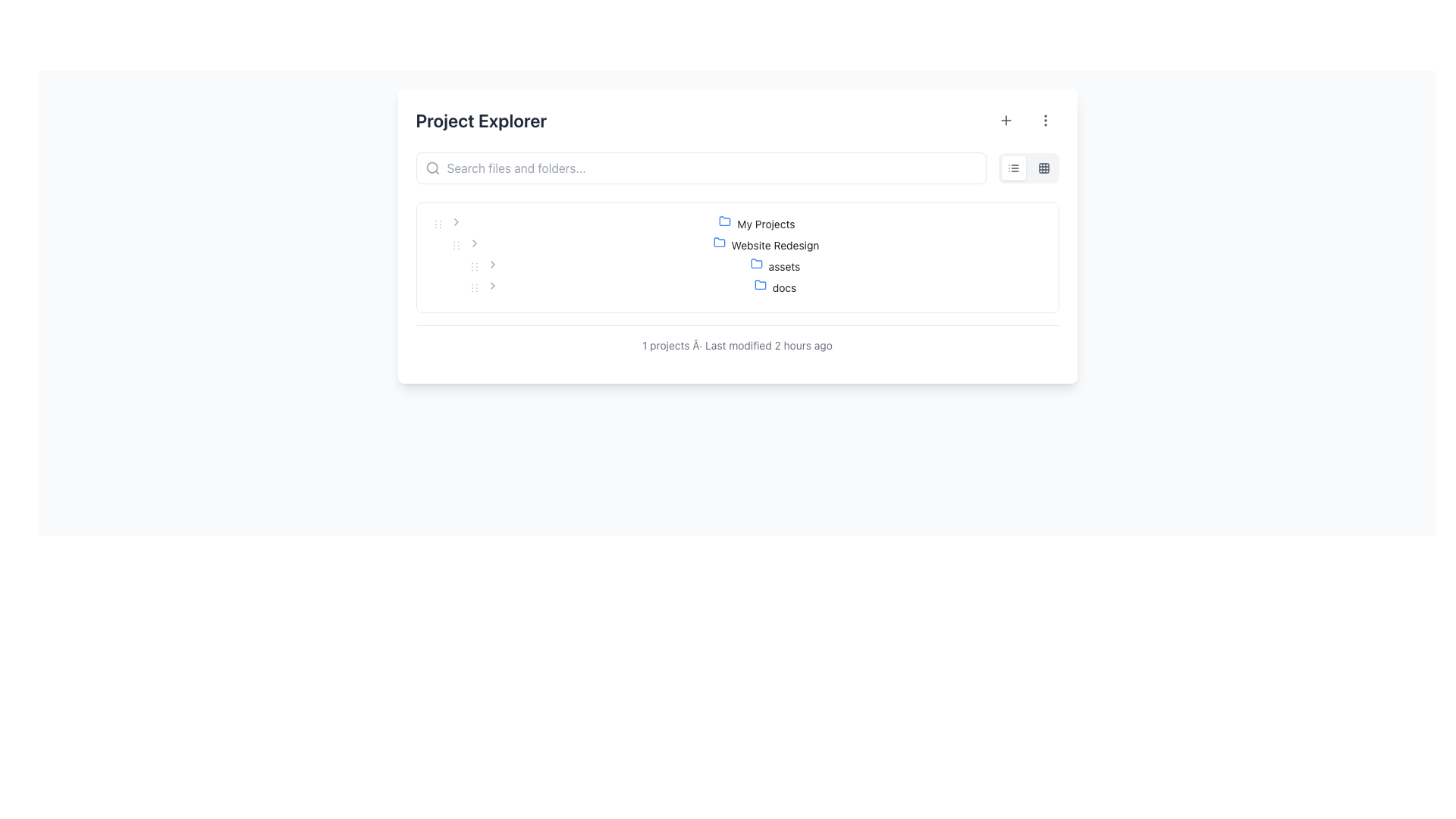  What do you see at coordinates (718, 242) in the screenshot?
I see `the folder icon representing the 'Website Redesign' project` at bounding box center [718, 242].